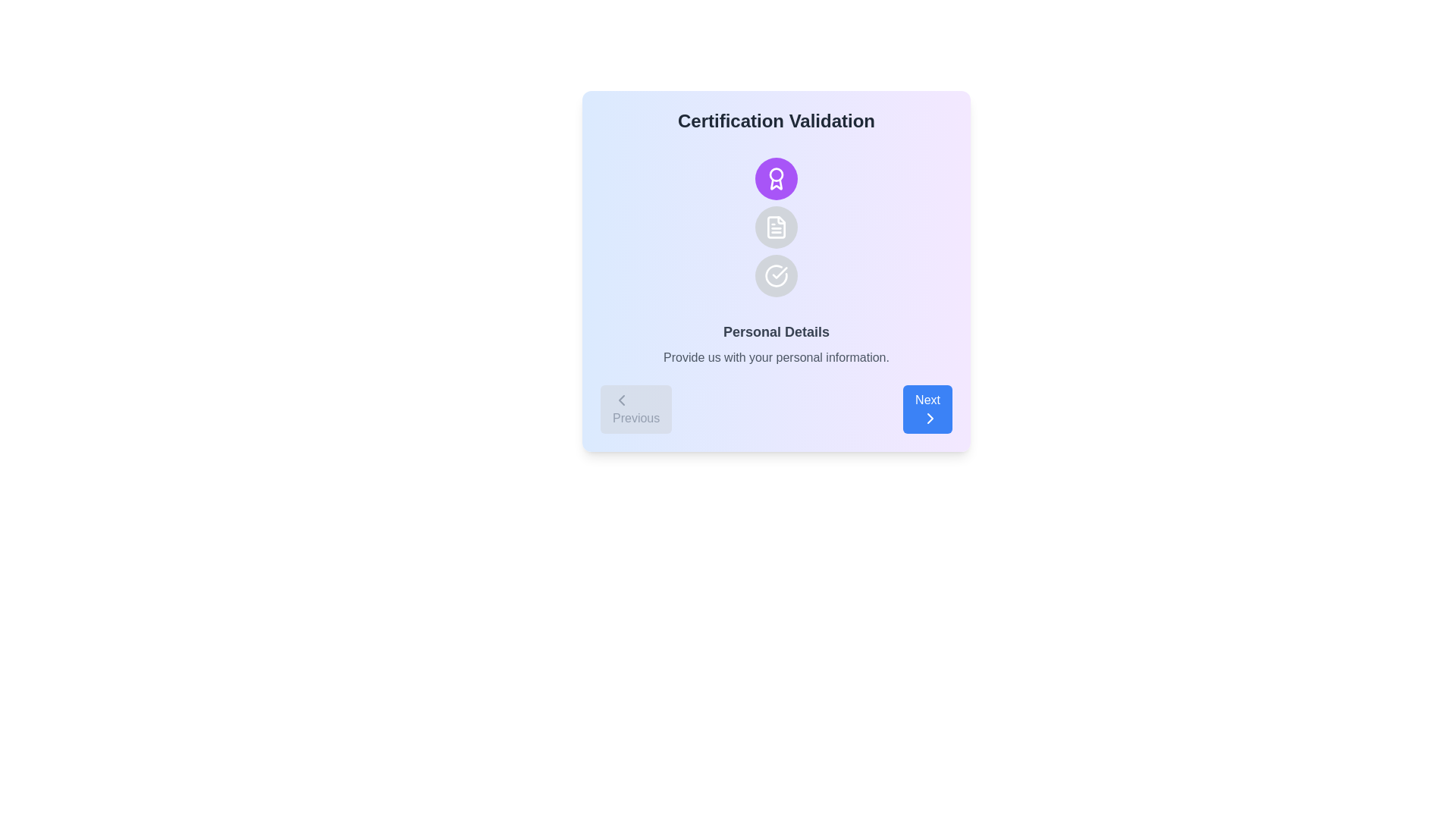 This screenshot has height=819, width=1456. I want to click on the rectangular document icon with a folded edge located between a purple circular icon and a grayscale circular icon in the vertical sequence, so click(776, 227).